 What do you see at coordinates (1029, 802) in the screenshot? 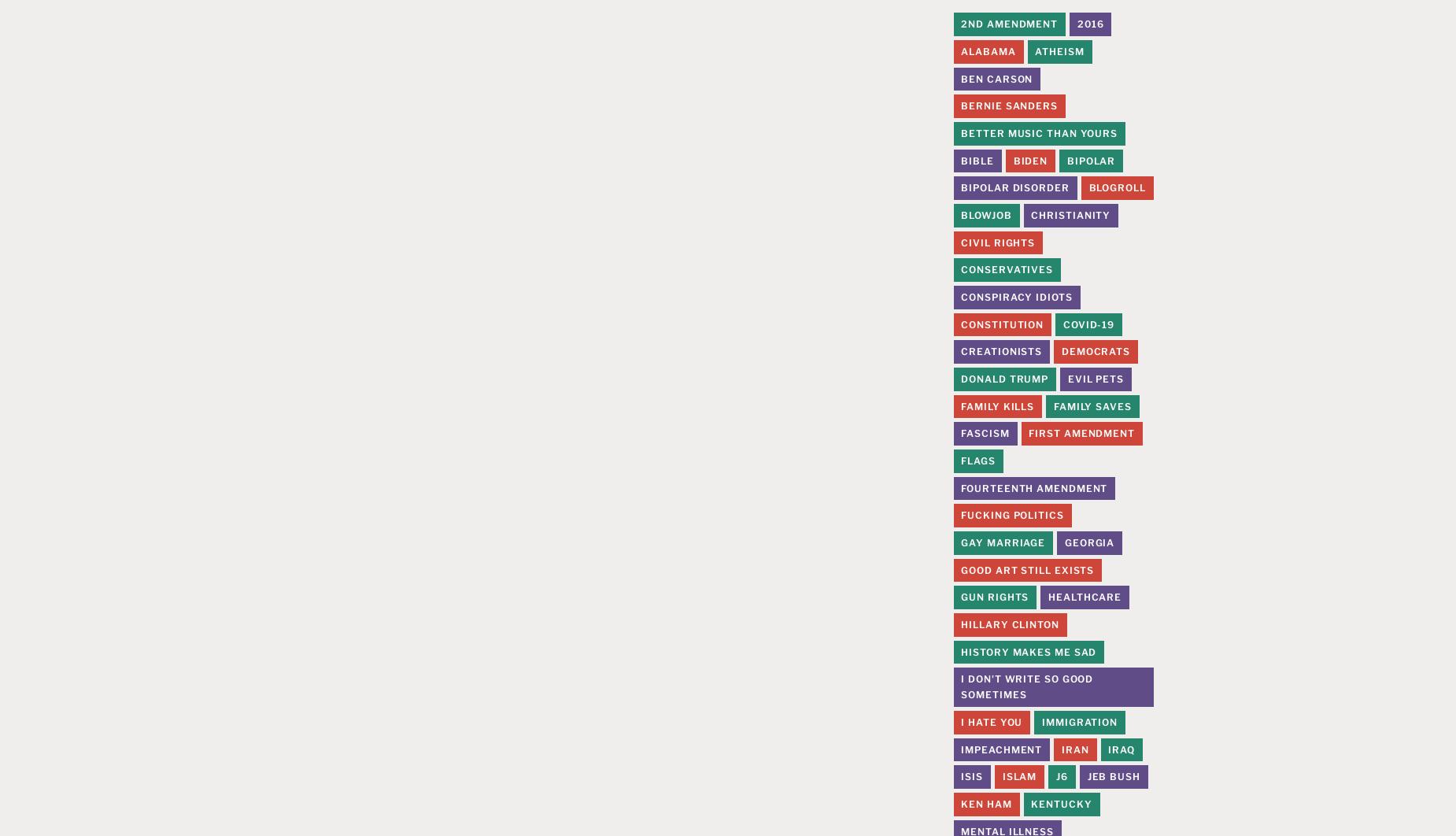
I see `'Kentucky'` at bounding box center [1029, 802].